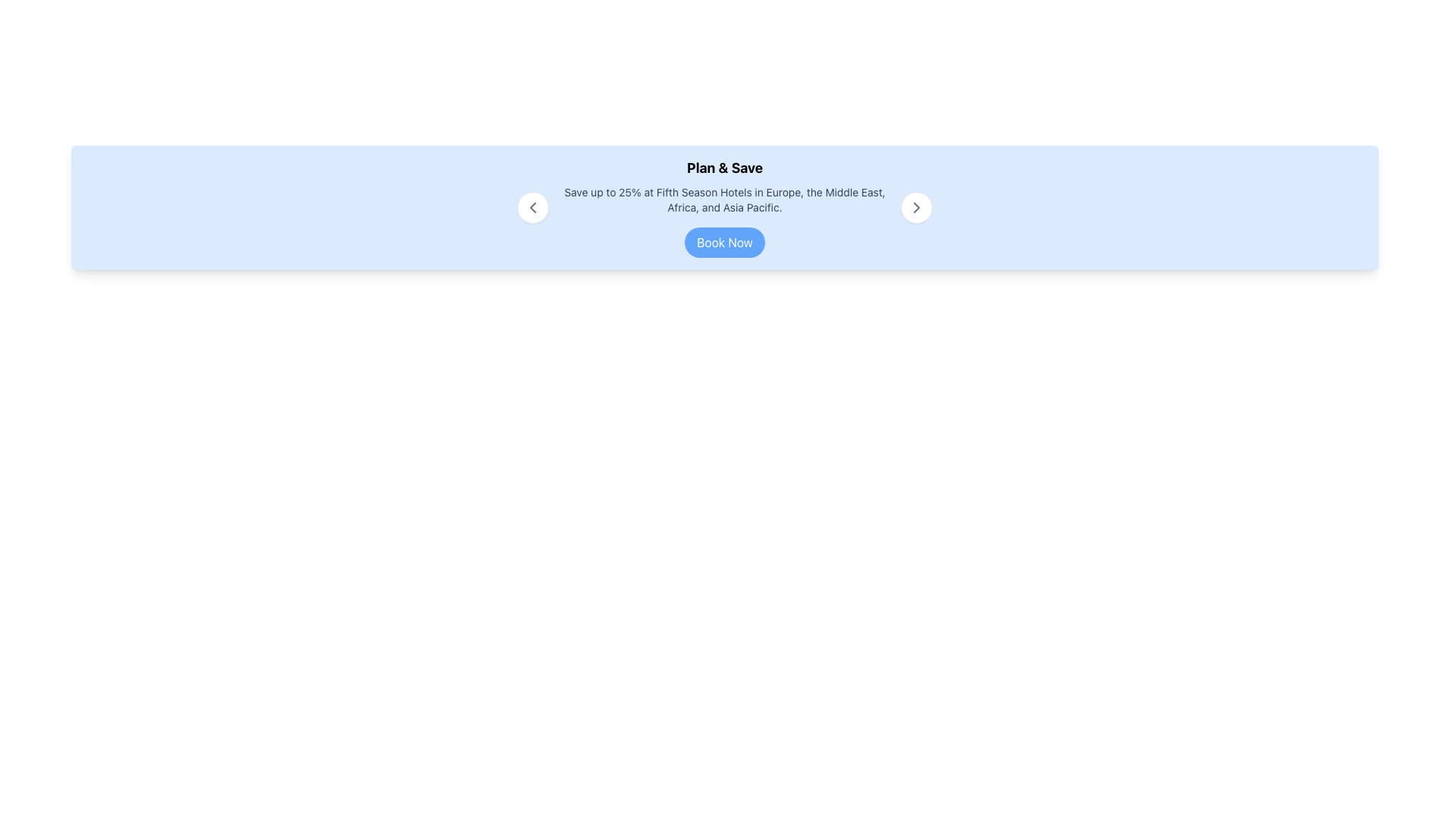 Image resolution: width=1456 pixels, height=819 pixels. Describe the element at coordinates (723, 168) in the screenshot. I see `the prominent 'Plan & Save' text label displayed in bold and large font on a light blue background` at that location.